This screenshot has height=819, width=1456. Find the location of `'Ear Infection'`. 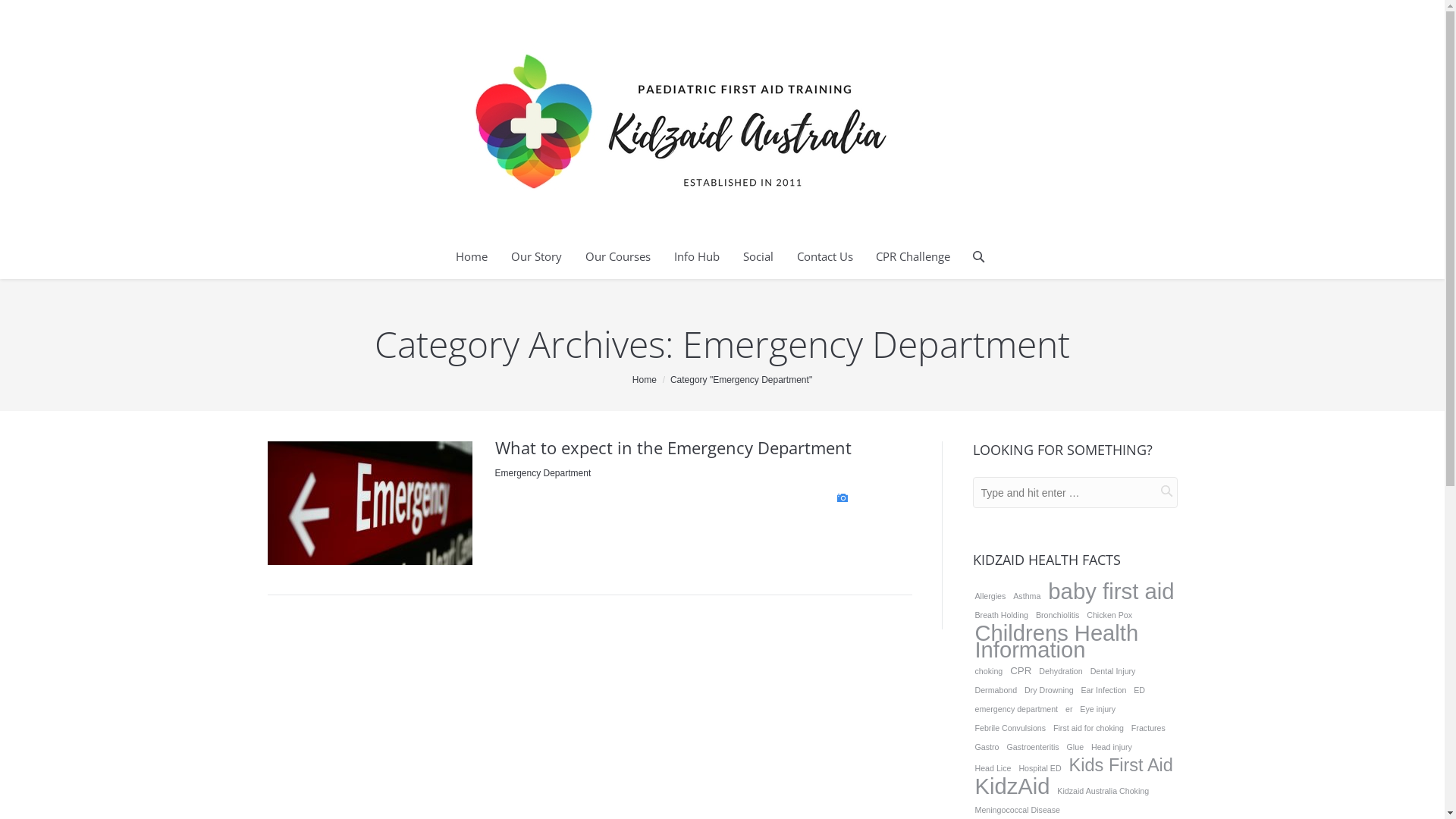

'Ear Infection' is located at coordinates (1078, 690).